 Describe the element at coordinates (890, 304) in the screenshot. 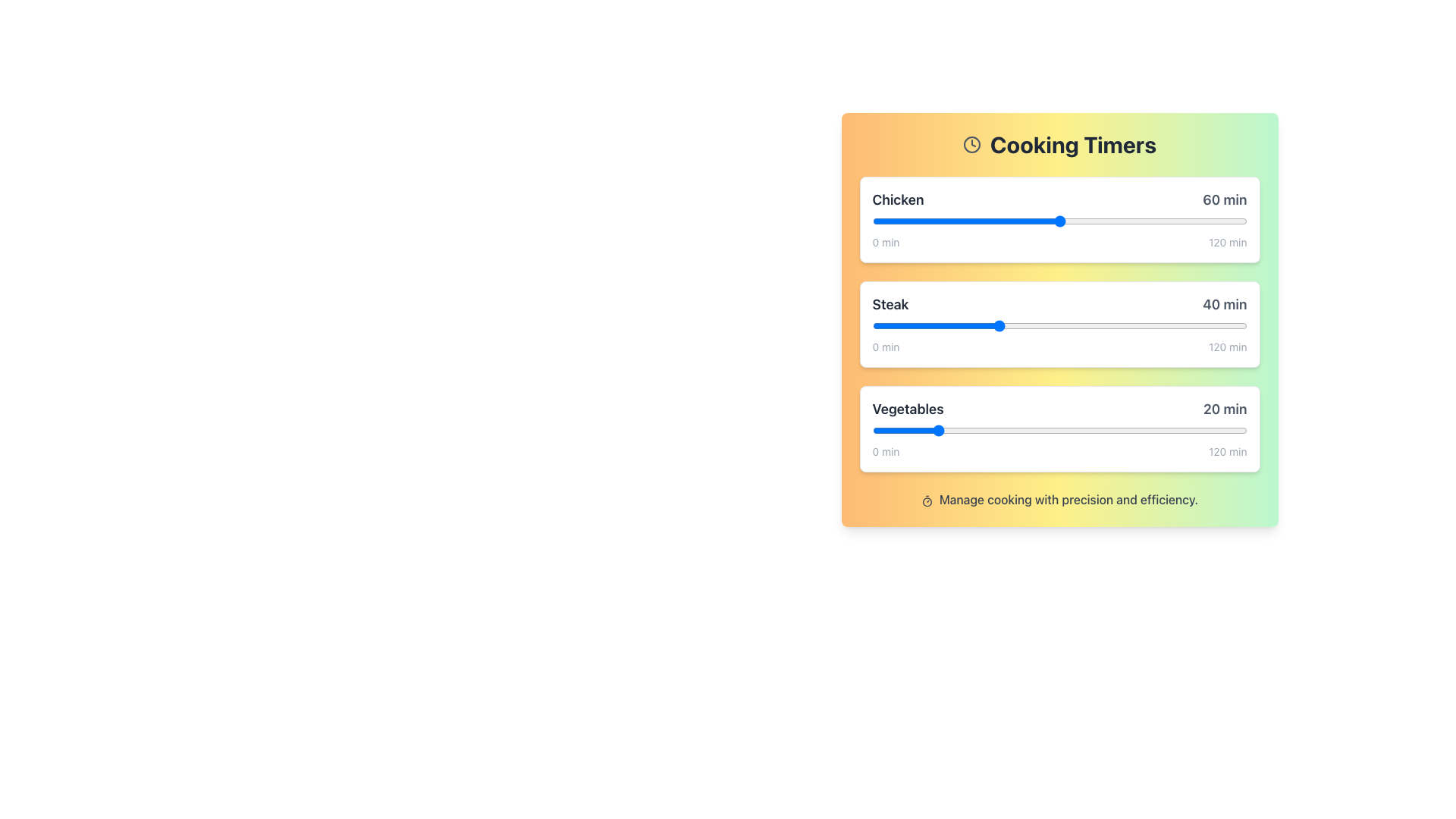

I see `the text label identifying the timer or settings for 'Steak', which is located in the second section of a vertical list of food items, aligned horizontally with '40 min'` at that location.